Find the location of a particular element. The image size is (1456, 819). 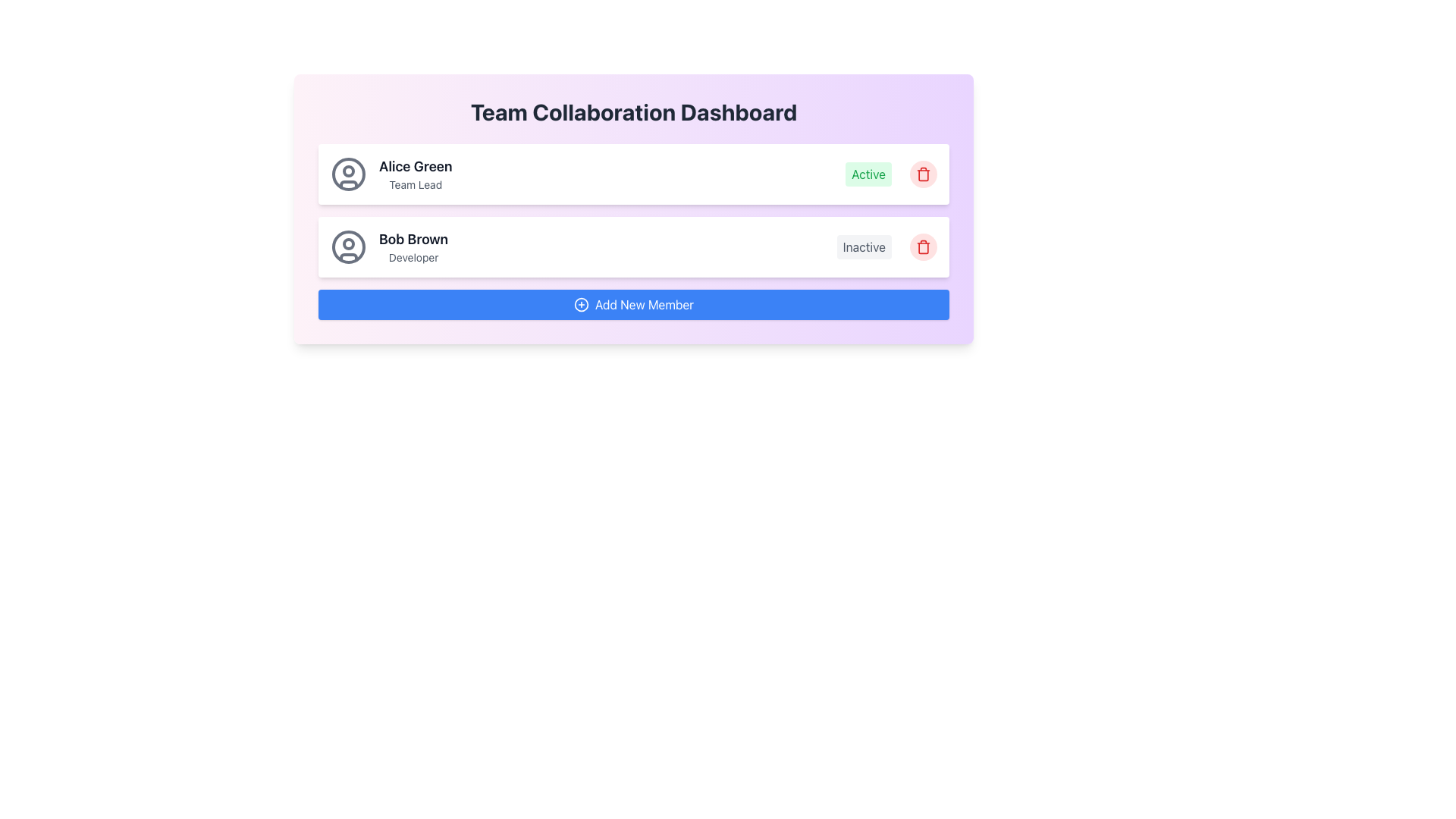

the Label Text element that identifies the team member 'Alice Green', who is the 'Team Lead' in the collaboration dashboard is located at coordinates (416, 174).